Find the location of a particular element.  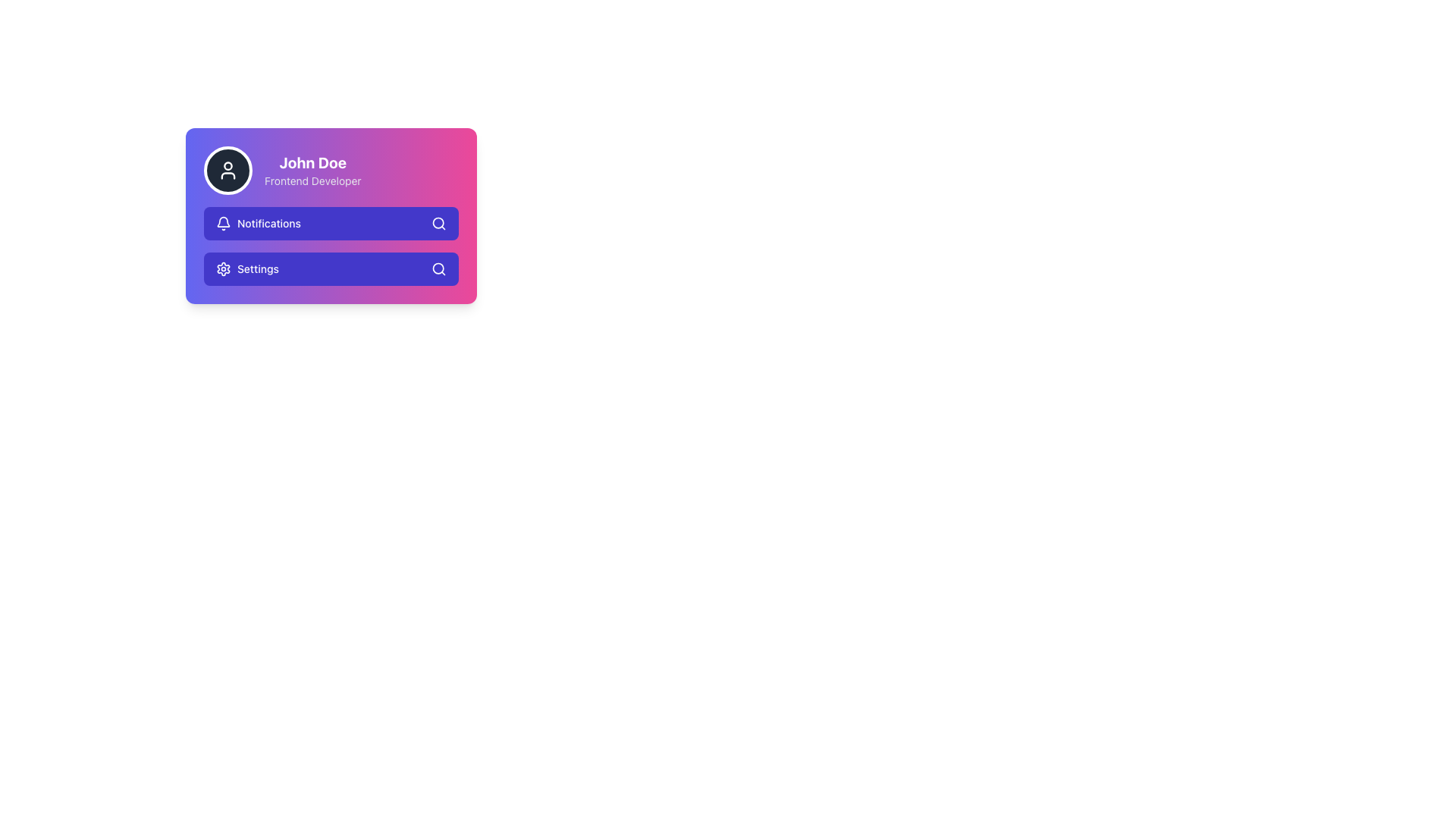

the first button in the vertical stack that navigates to the notifications section is located at coordinates (330, 223).